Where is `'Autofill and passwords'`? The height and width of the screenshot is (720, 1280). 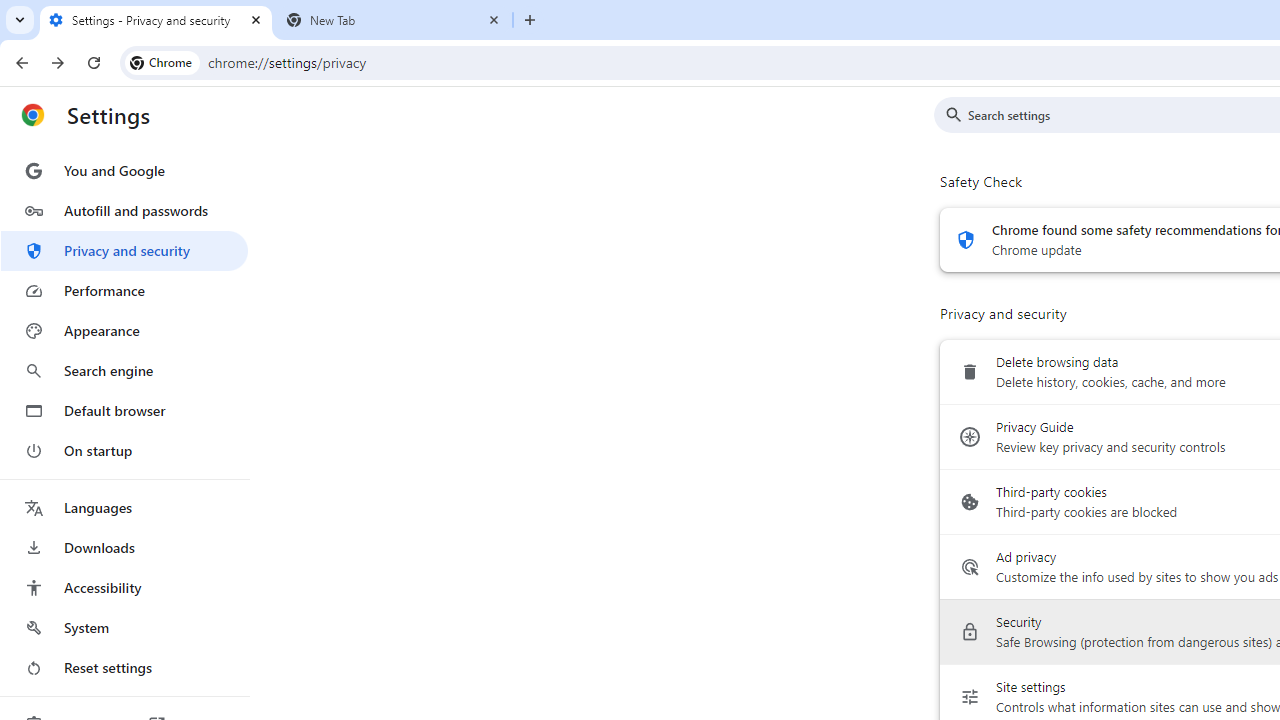 'Autofill and passwords' is located at coordinates (123, 210).